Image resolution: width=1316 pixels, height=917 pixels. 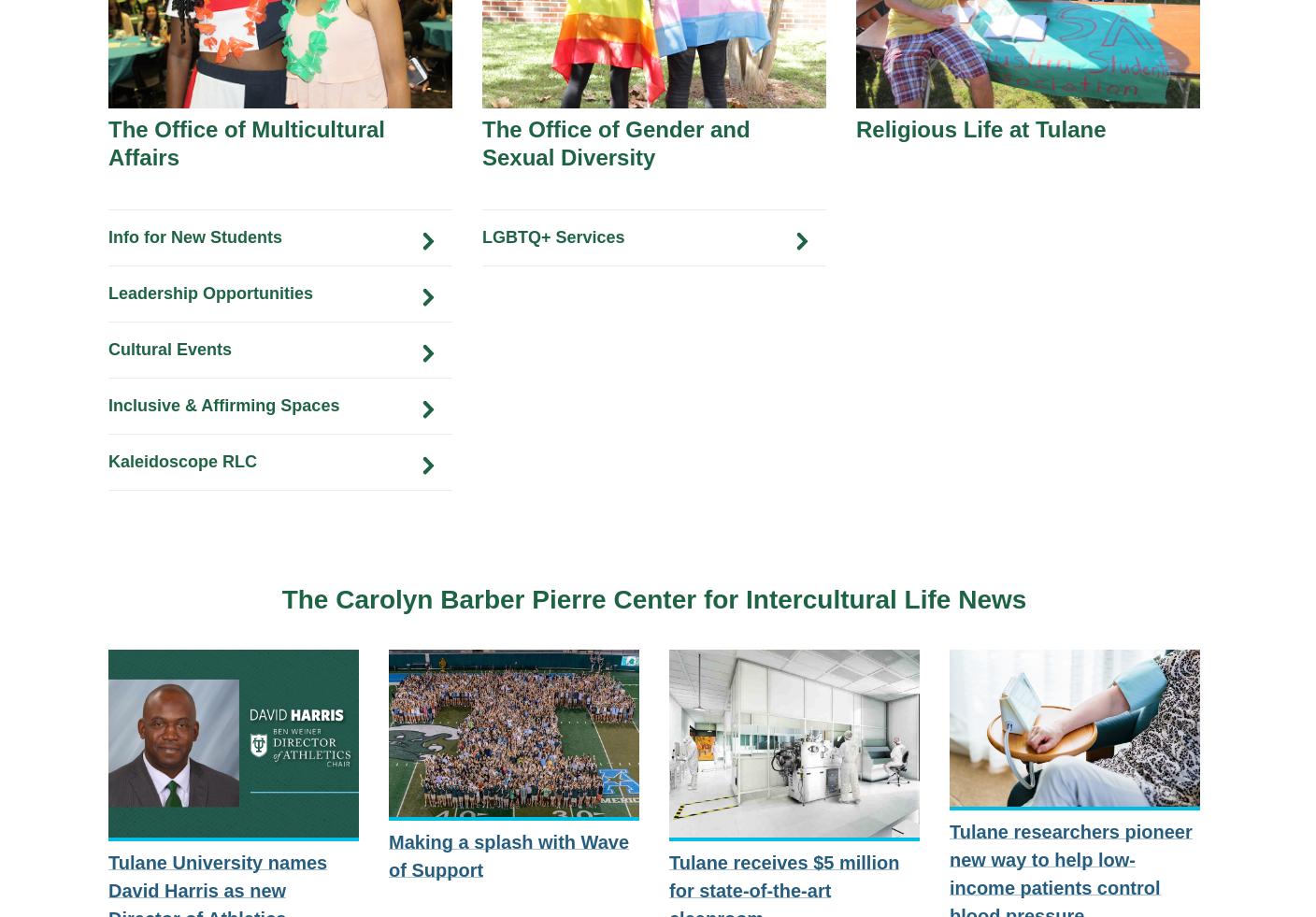 What do you see at coordinates (181, 460) in the screenshot?
I see `'Kaleidoscope RLC'` at bounding box center [181, 460].